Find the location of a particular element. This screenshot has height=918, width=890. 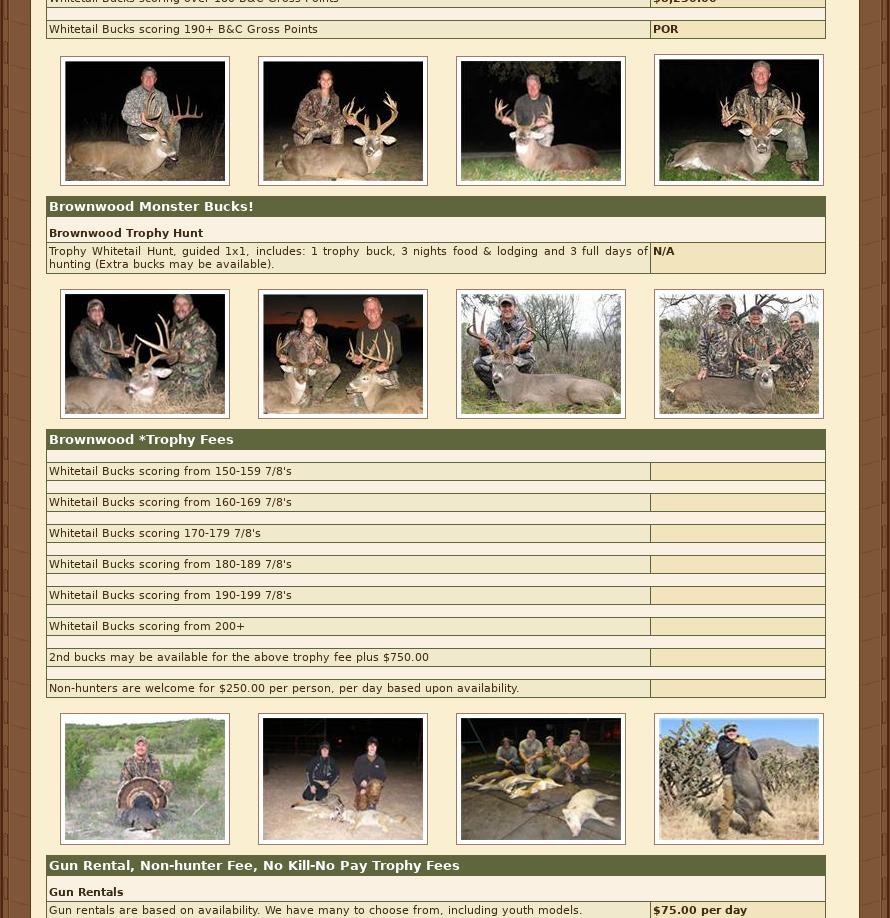

'Whitetail Bucks scoring from 180-189 7/8's' is located at coordinates (170, 563).